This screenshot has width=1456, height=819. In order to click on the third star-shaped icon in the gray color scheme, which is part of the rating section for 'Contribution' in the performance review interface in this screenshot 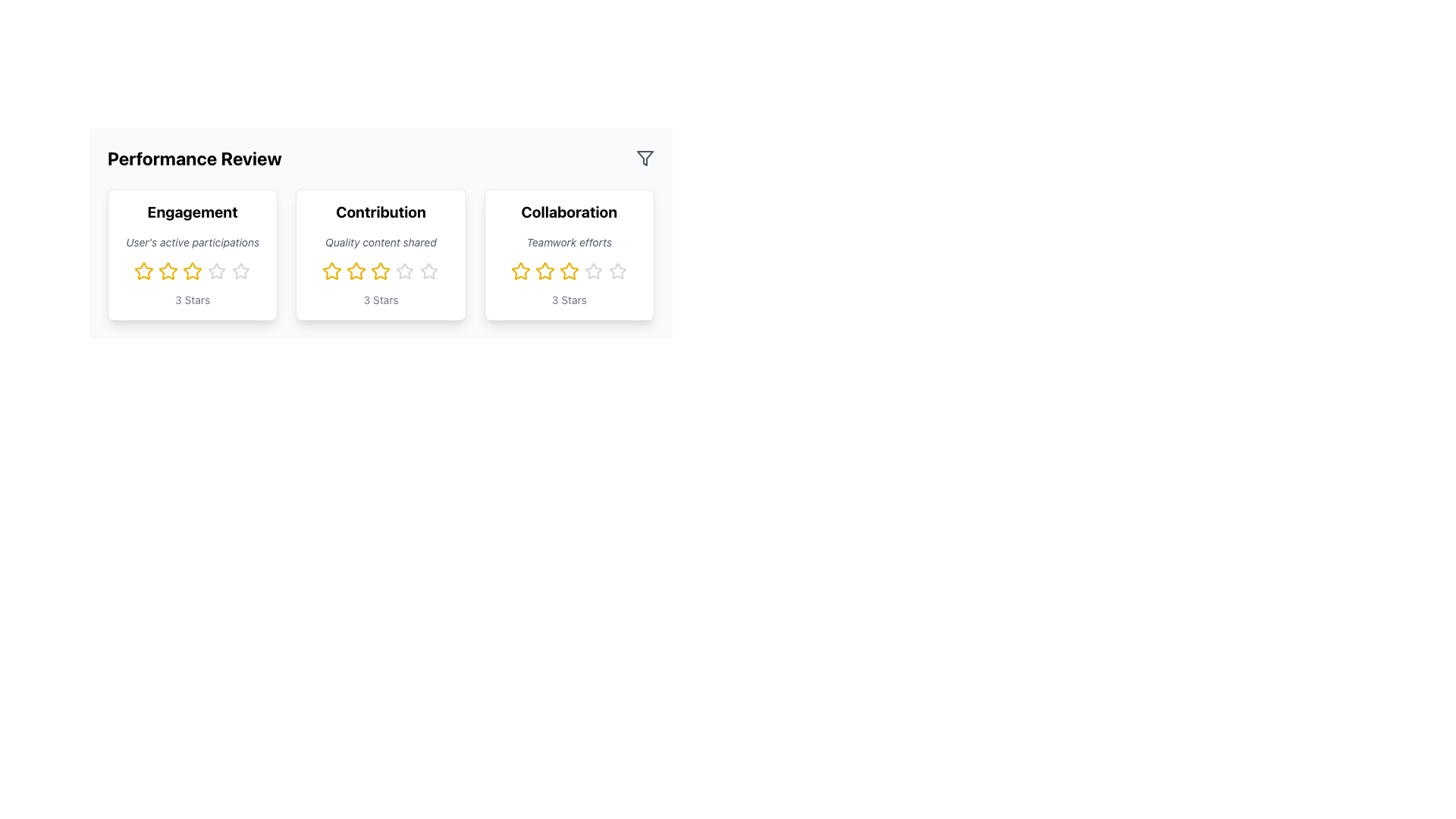, I will do `click(405, 270)`.